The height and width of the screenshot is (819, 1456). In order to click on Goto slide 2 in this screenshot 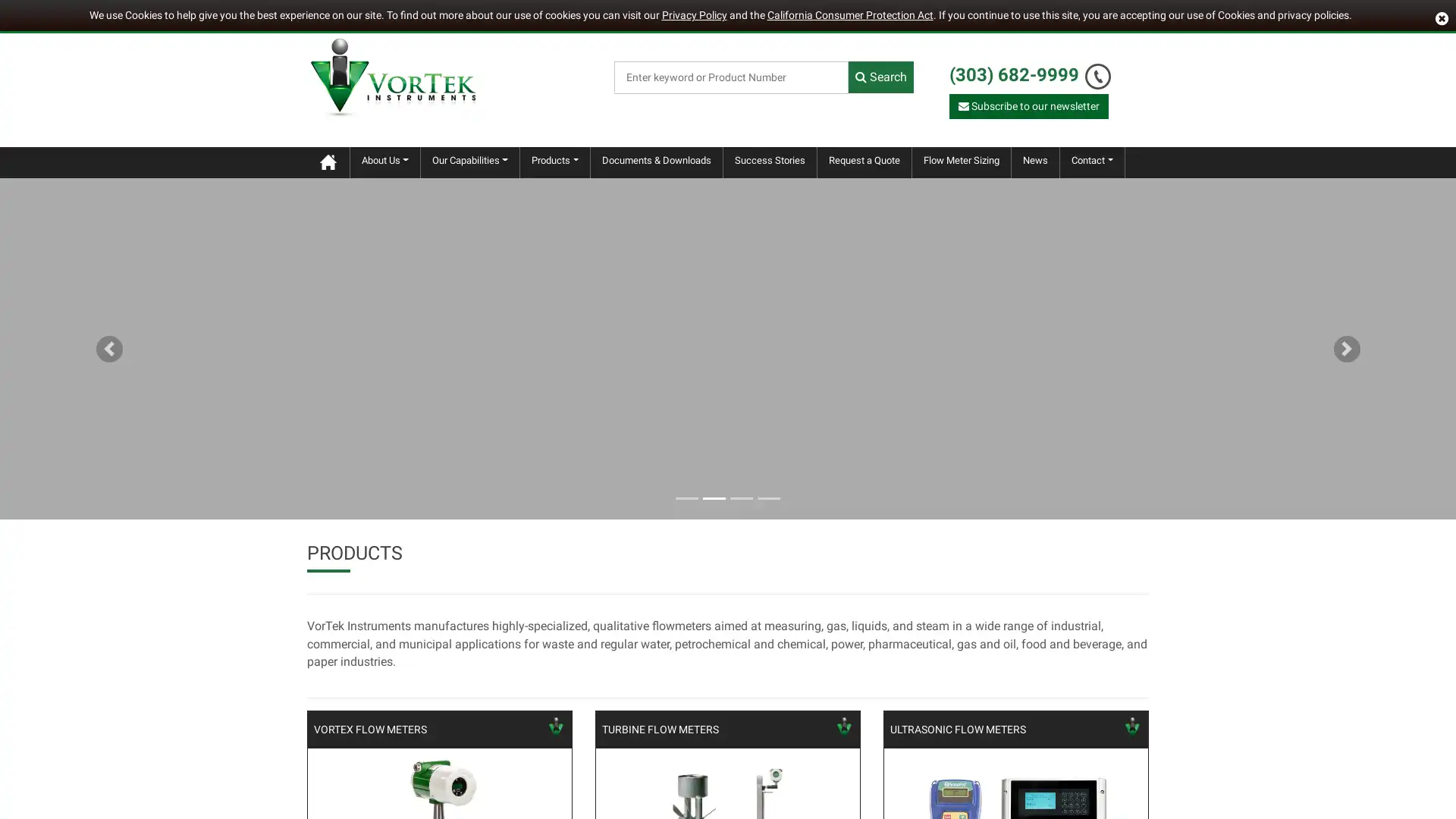, I will do `click(713, 466)`.